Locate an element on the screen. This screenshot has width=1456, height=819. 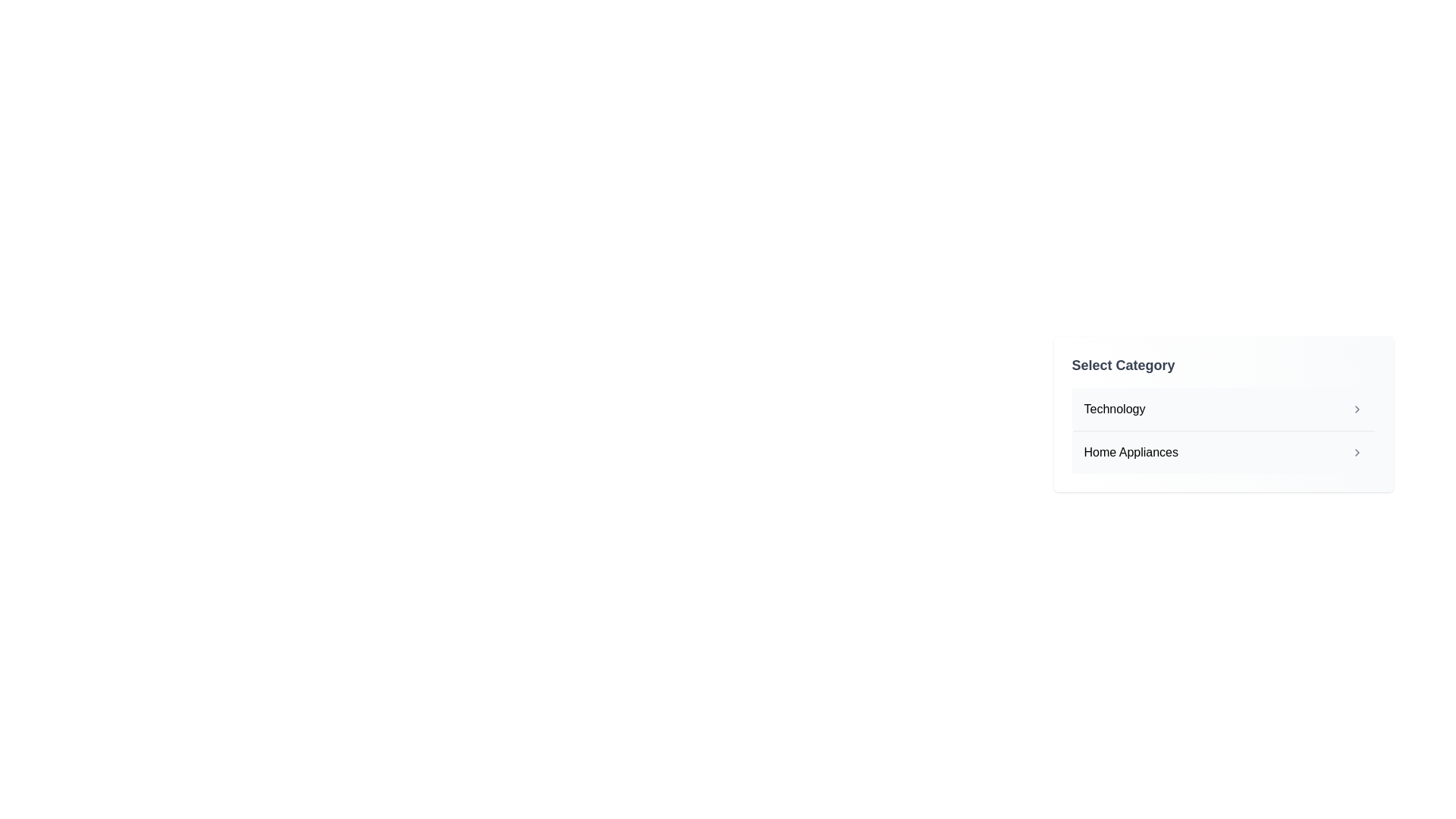
the small right-facing chevron icon, which is gray and located to the right of the 'Technology' text is located at coordinates (1357, 409).